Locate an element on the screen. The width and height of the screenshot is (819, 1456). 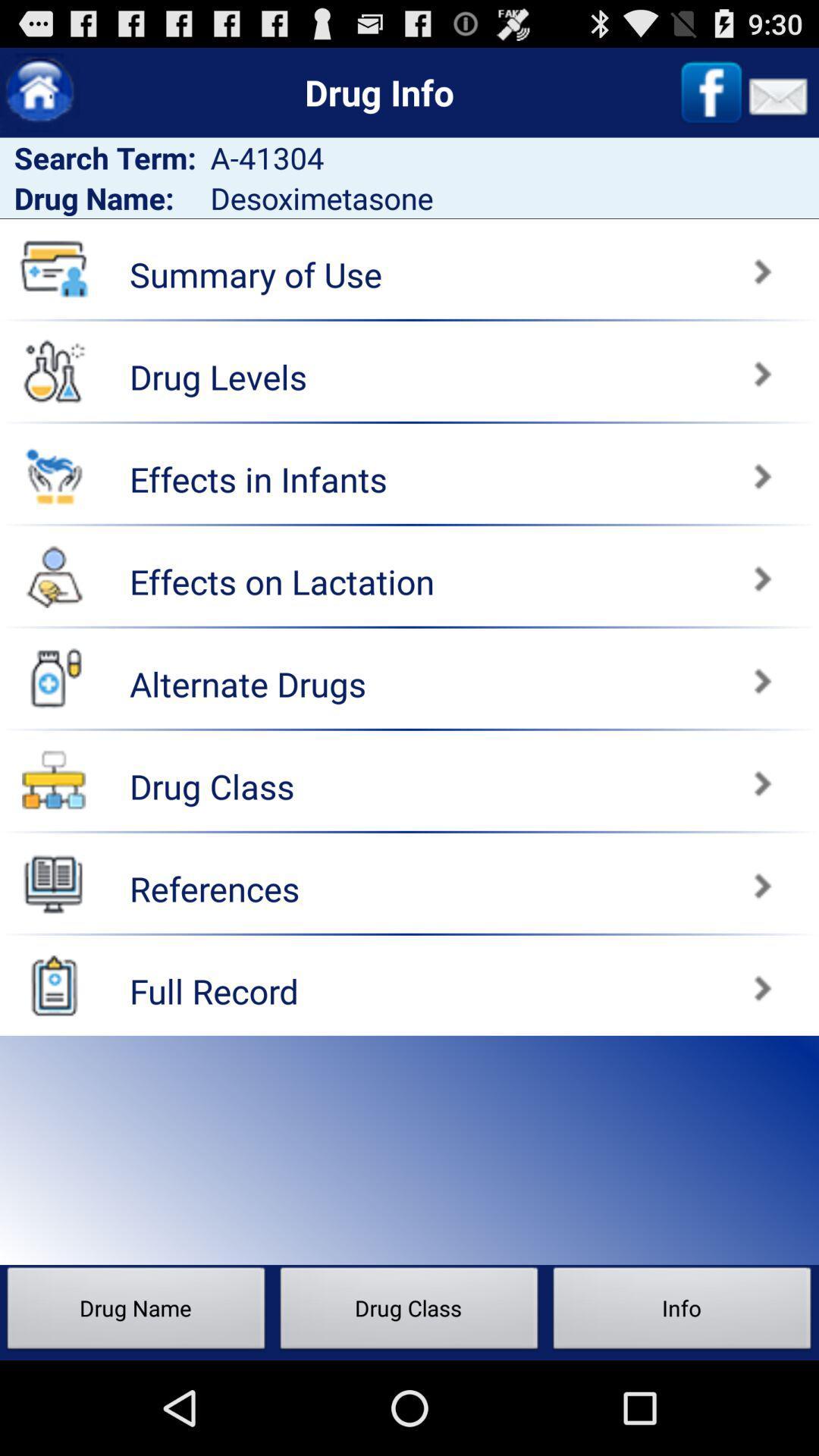
the avatar icon is located at coordinates (53, 617).